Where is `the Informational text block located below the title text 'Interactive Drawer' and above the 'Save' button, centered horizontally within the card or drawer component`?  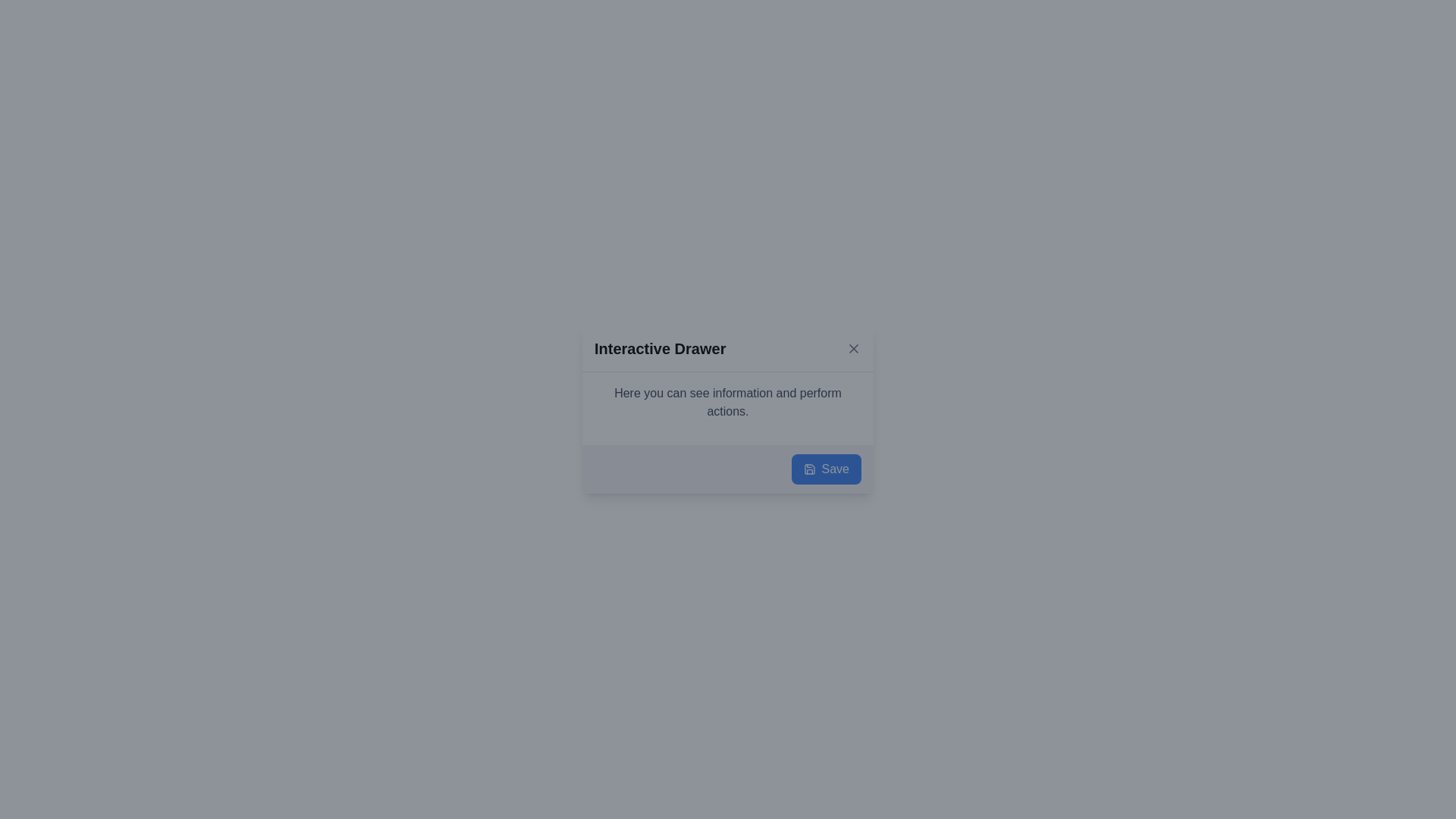
the Informational text block located below the title text 'Interactive Drawer' and above the 'Save' button, centered horizontally within the card or drawer component is located at coordinates (728, 406).